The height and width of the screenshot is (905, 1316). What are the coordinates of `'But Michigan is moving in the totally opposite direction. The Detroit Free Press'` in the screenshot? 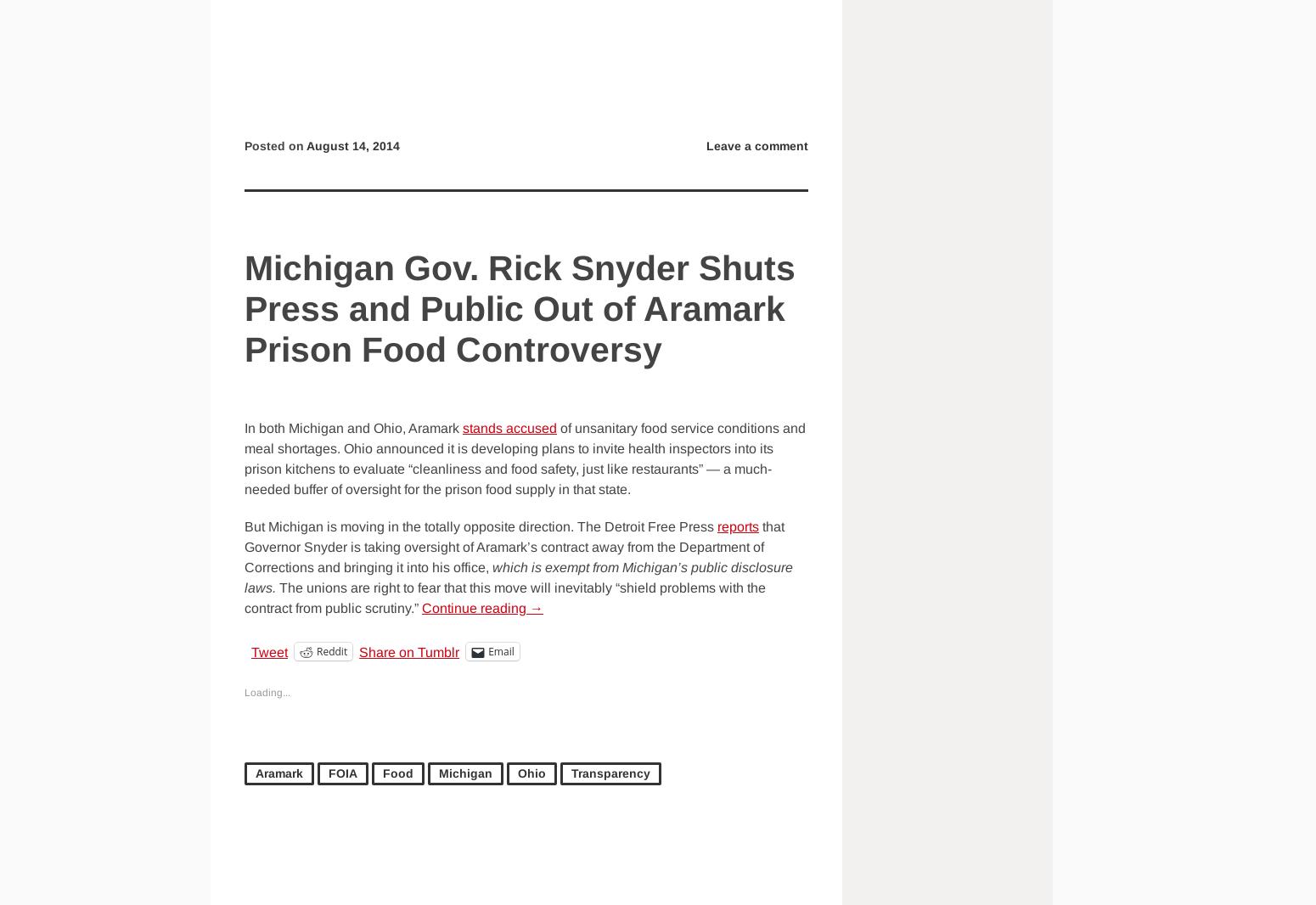 It's located at (244, 526).